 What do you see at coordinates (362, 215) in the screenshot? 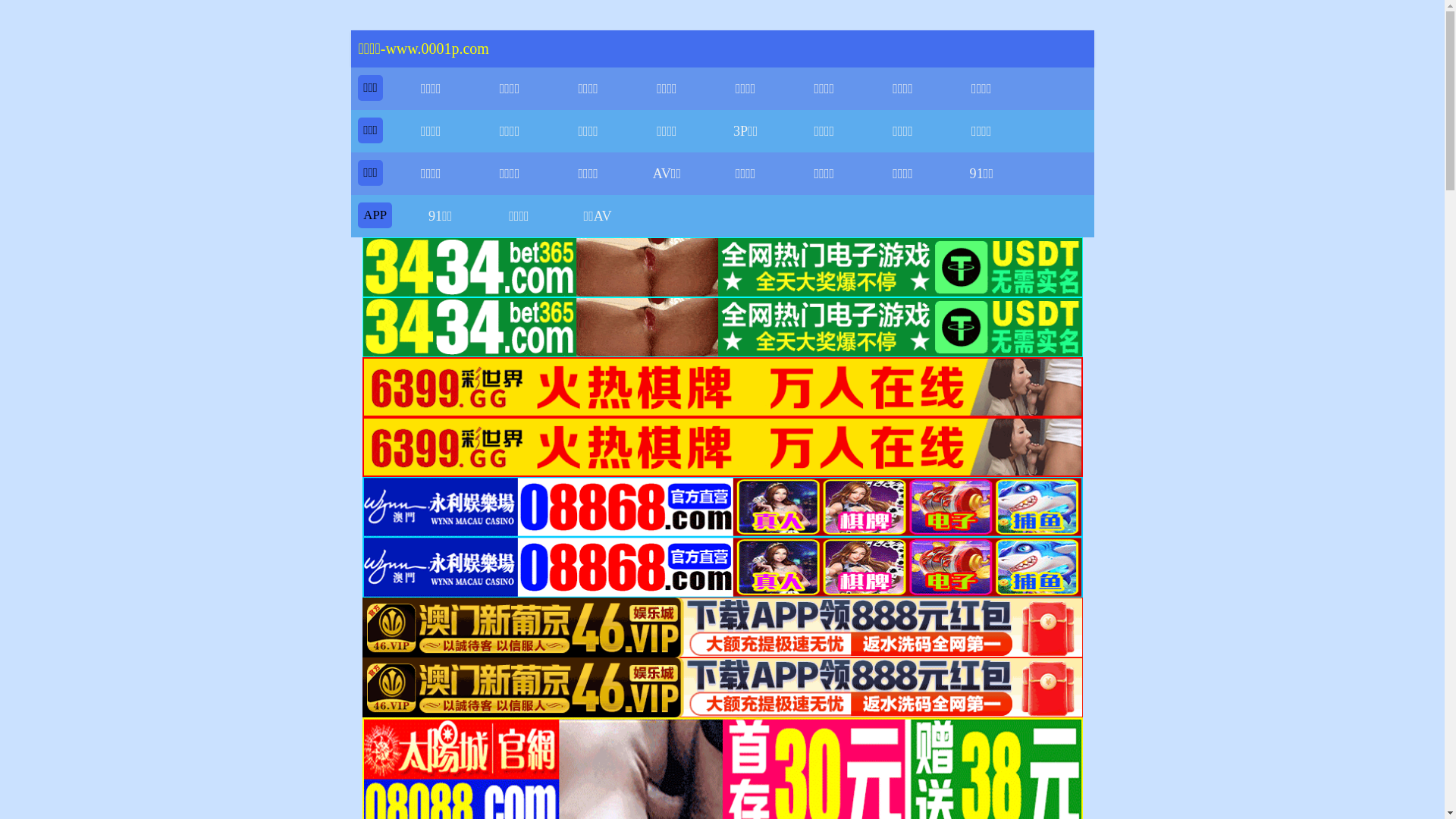
I see `'APP'` at bounding box center [362, 215].